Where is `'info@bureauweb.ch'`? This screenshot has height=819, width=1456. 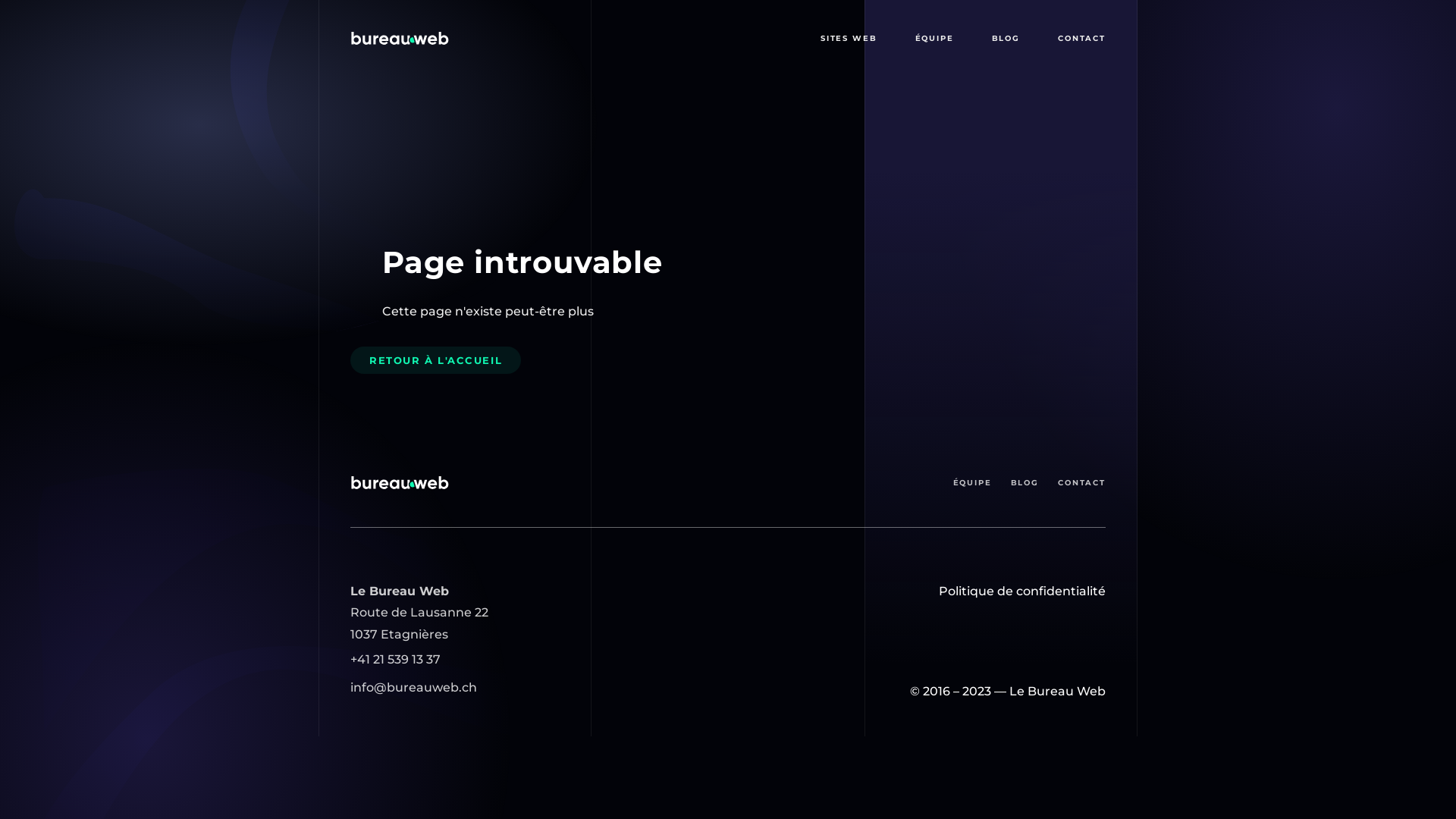 'info@bureauweb.ch' is located at coordinates (349, 688).